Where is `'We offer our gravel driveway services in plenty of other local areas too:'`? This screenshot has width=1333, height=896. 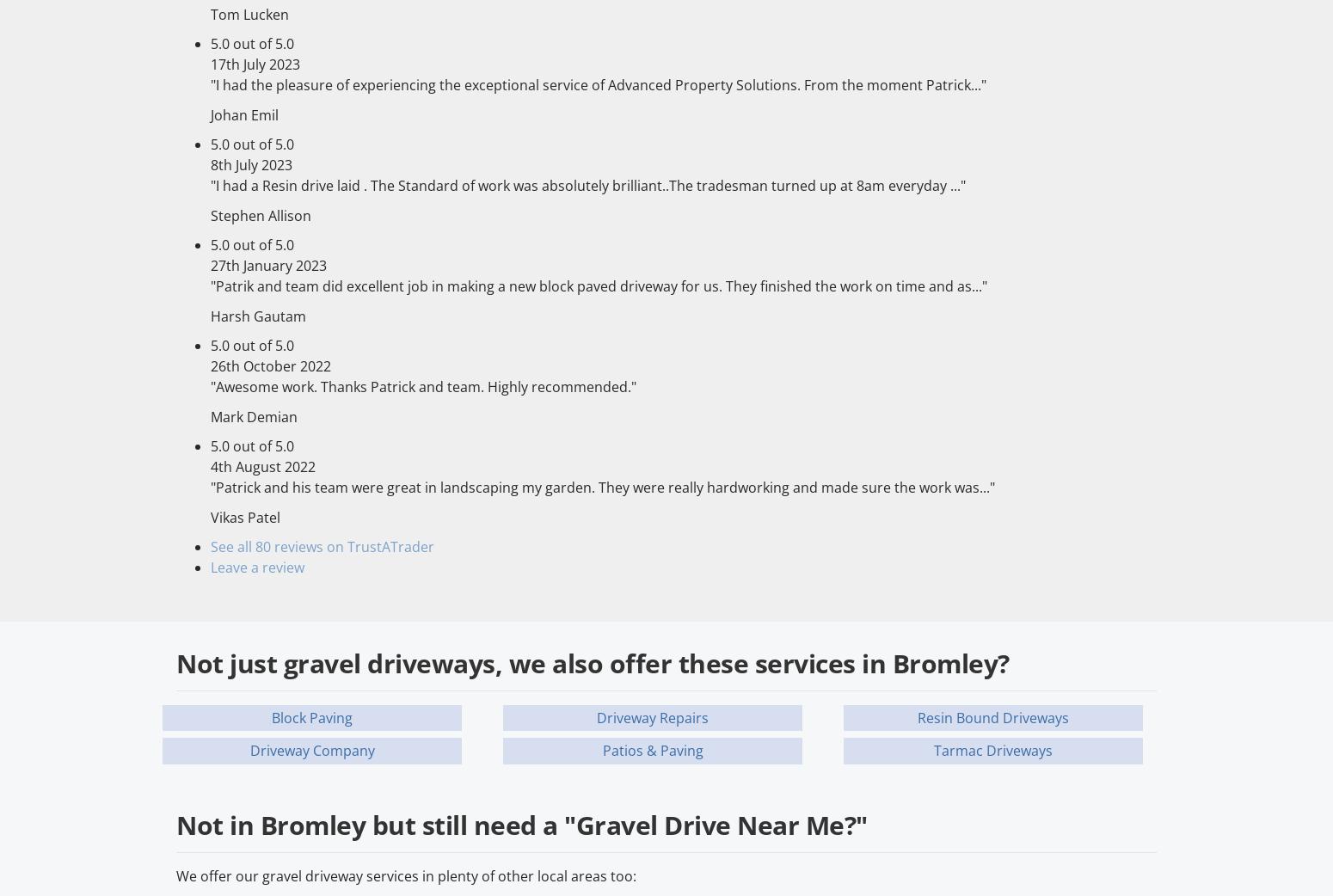 'We offer our gravel driveway services in plenty of other local areas too:' is located at coordinates (405, 875).